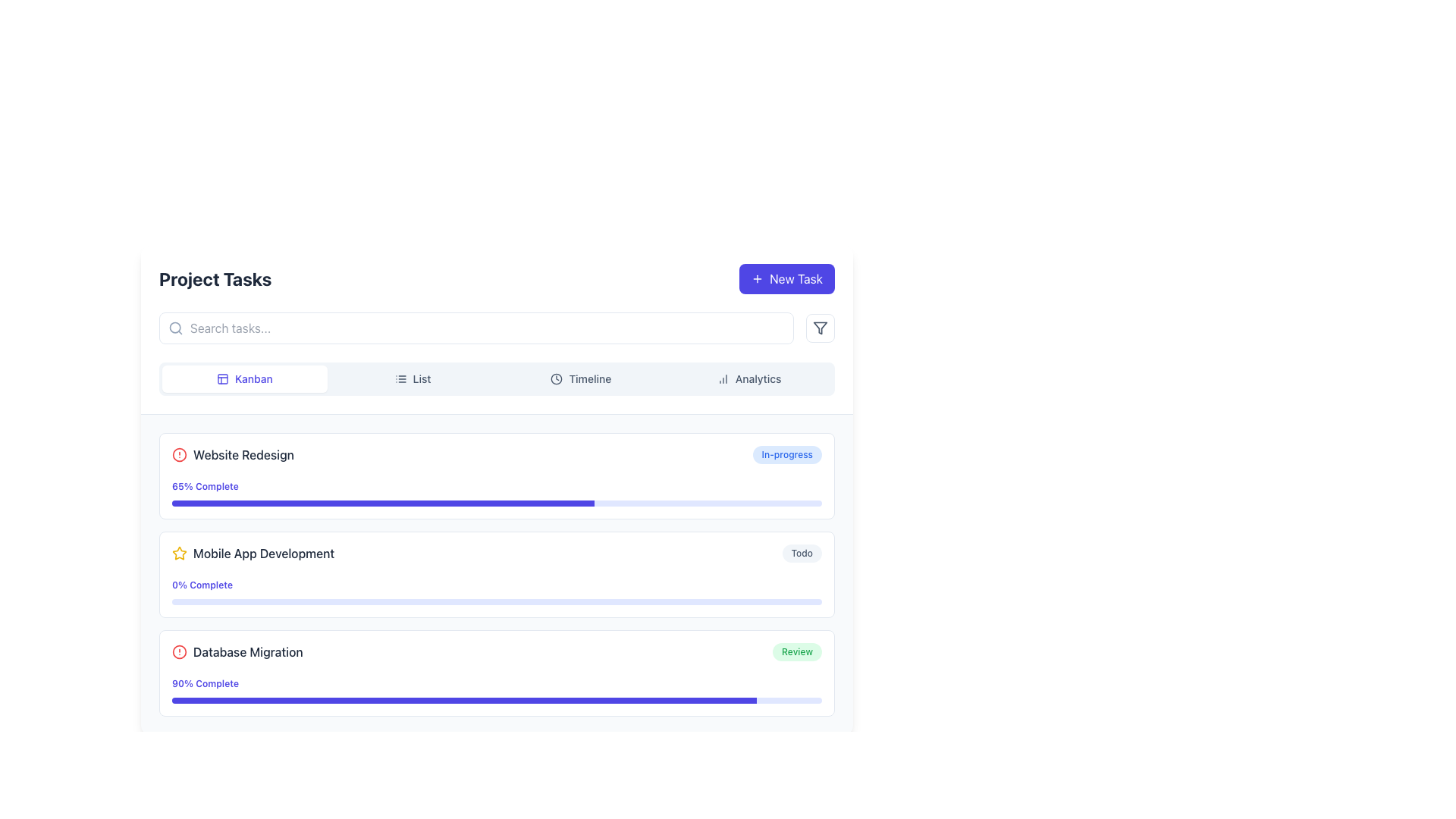  What do you see at coordinates (497, 687) in the screenshot?
I see `the progress bar labeled '90% Complete' which indicates that the task is 90% completed, located in the lower half of the 'Database Migration' task card` at bounding box center [497, 687].